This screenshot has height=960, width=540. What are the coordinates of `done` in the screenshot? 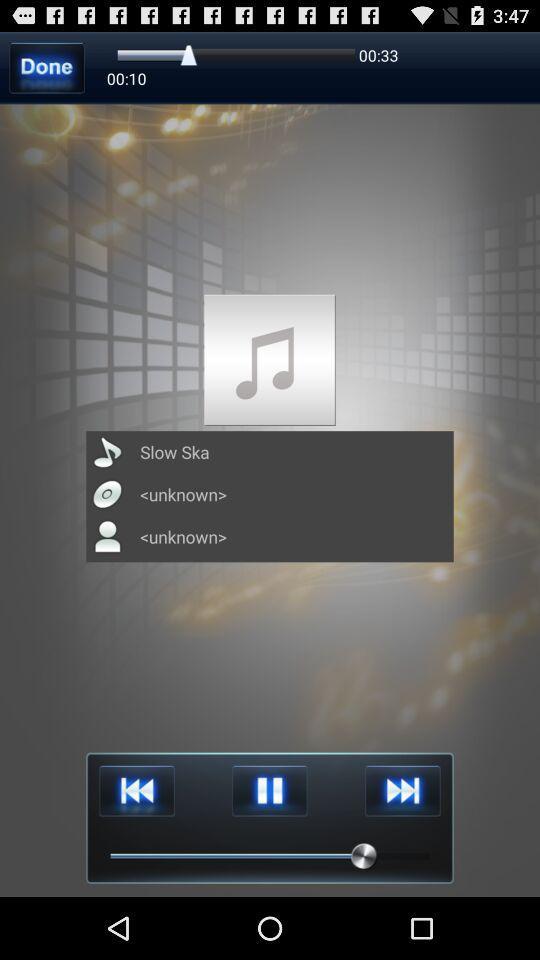 It's located at (47, 67).